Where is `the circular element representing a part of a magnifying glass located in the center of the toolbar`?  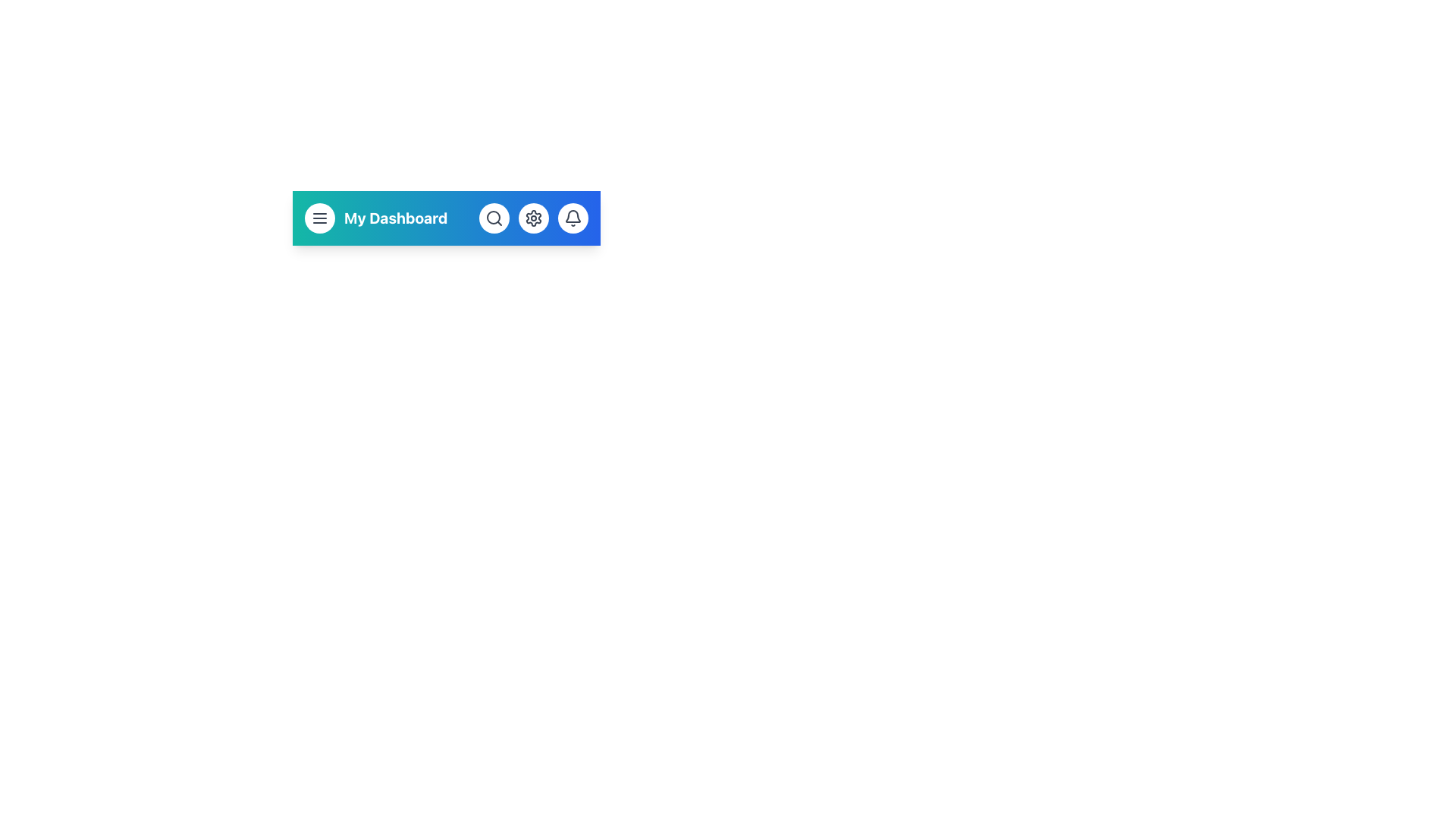 the circular element representing a part of a magnifying glass located in the center of the toolbar is located at coordinates (494, 217).